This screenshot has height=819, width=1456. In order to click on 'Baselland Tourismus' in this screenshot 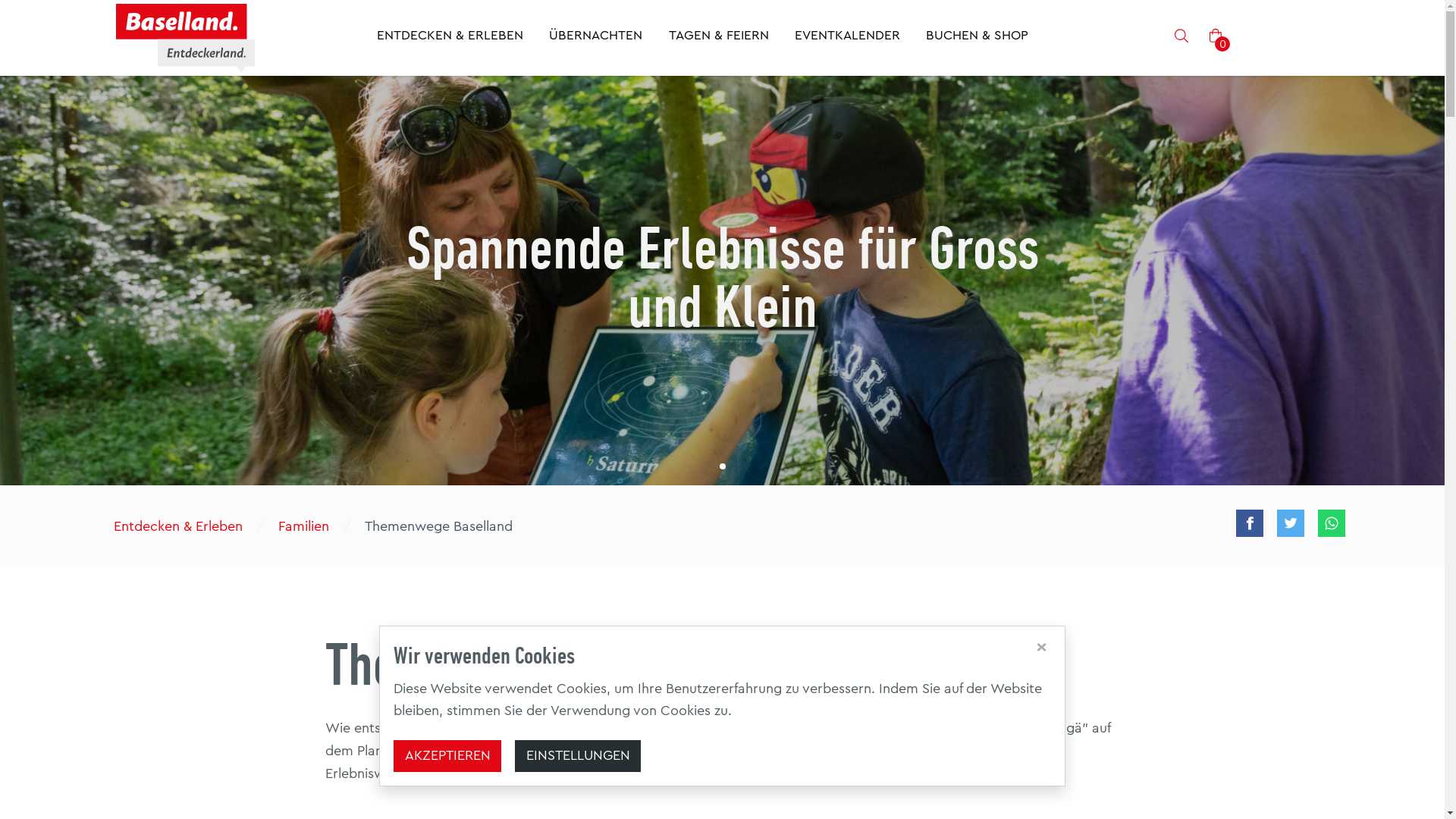, I will do `click(184, 37)`.